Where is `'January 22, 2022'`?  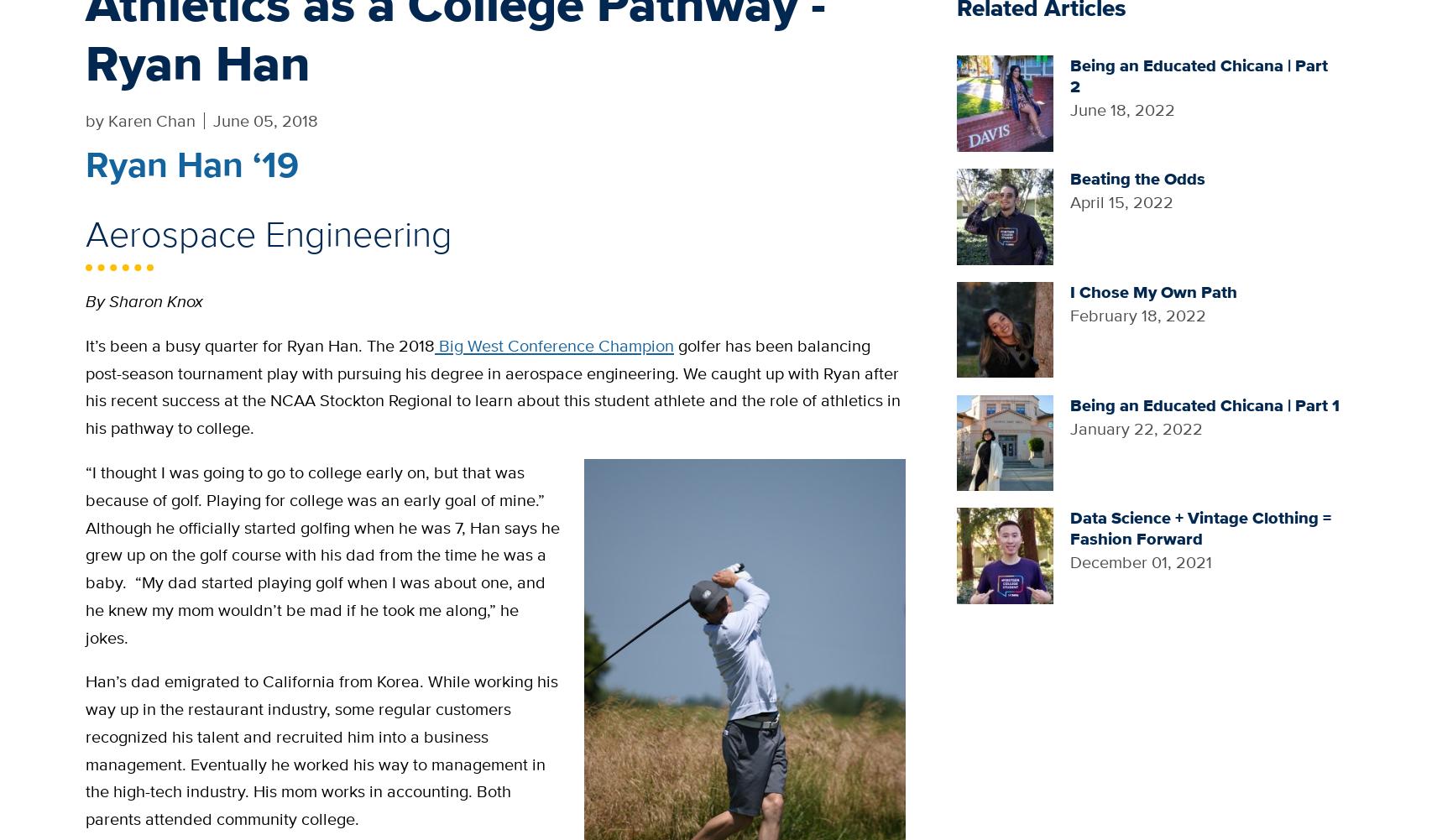 'January 22, 2022' is located at coordinates (1134, 426).